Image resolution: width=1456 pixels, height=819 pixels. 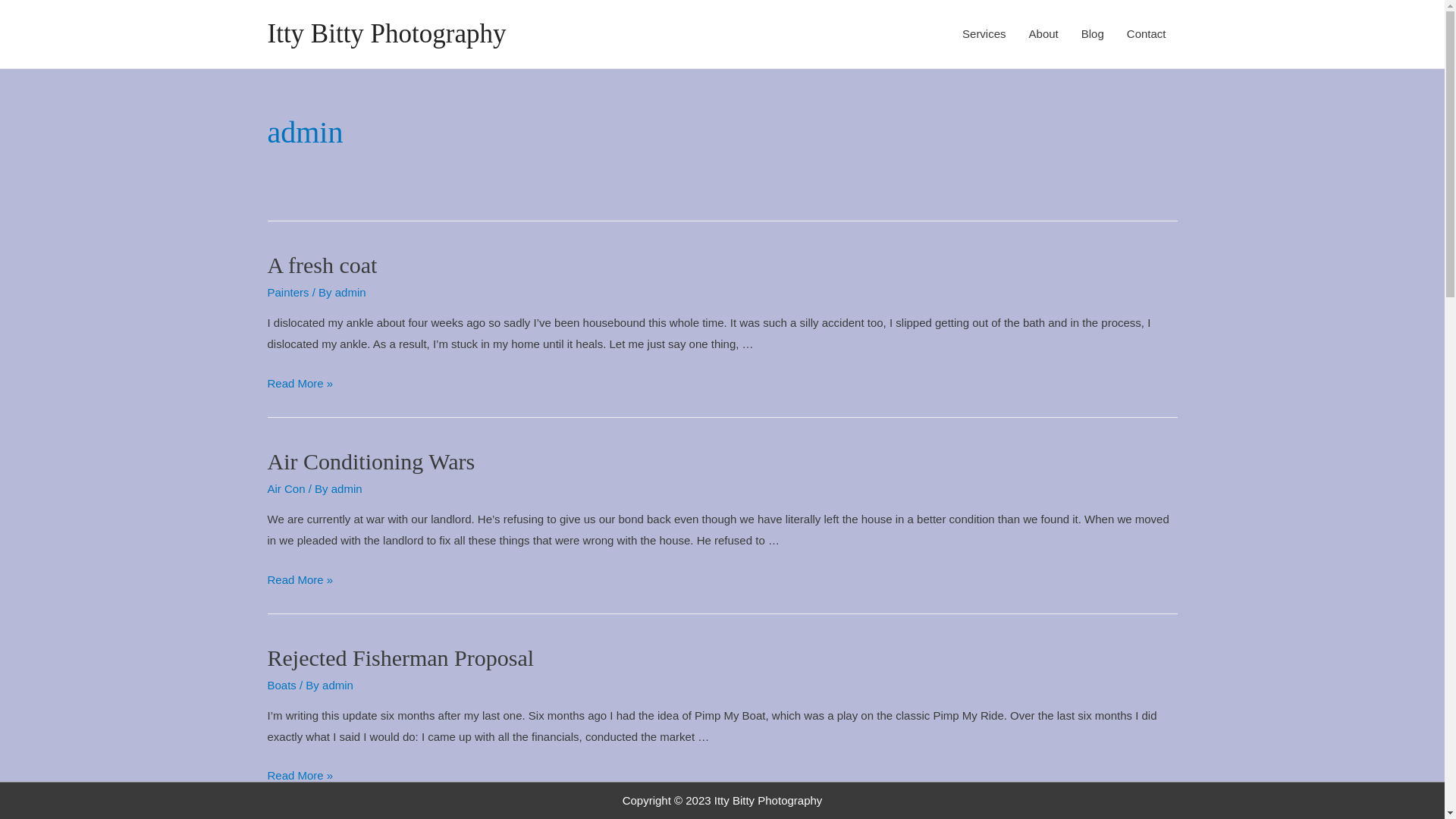 I want to click on 'A fresh coat', so click(x=266, y=264).